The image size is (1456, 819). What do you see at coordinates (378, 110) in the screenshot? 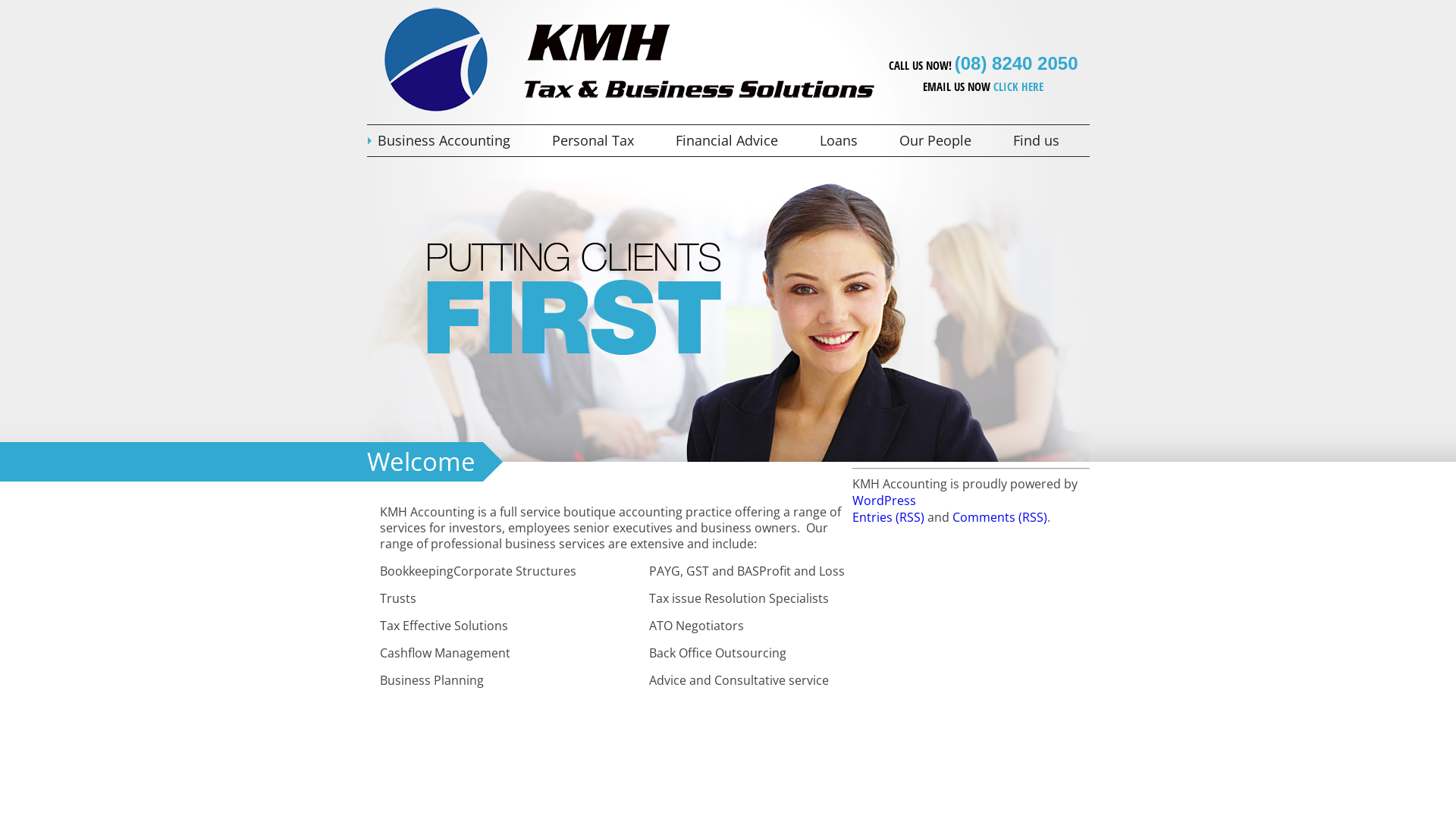
I see `'KMH Accounting'` at bounding box center [378, 110].